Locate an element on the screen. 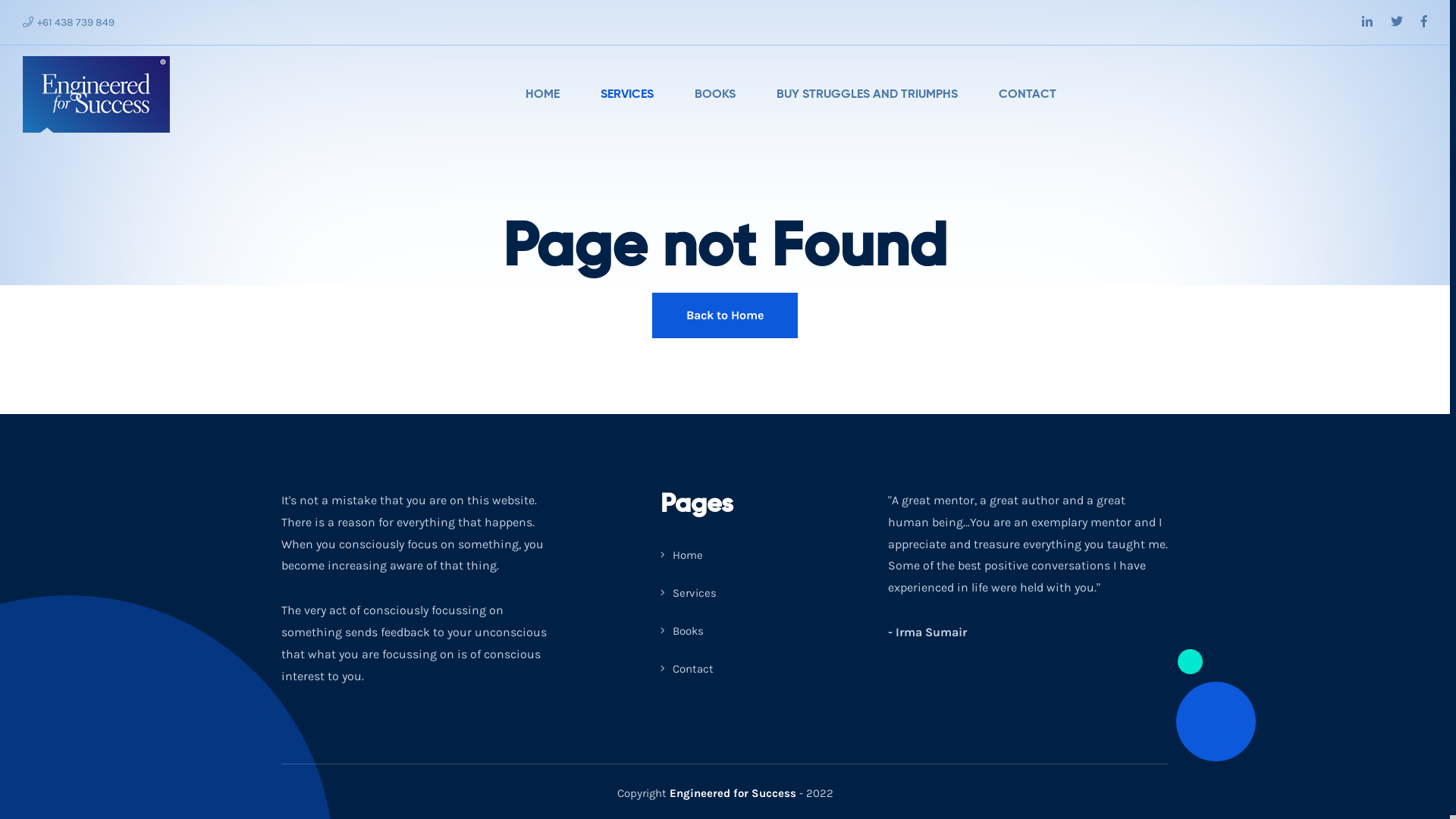 This screenshot has height=819, width=1456. 'SERVICES' is located at coordinates (626, 94).